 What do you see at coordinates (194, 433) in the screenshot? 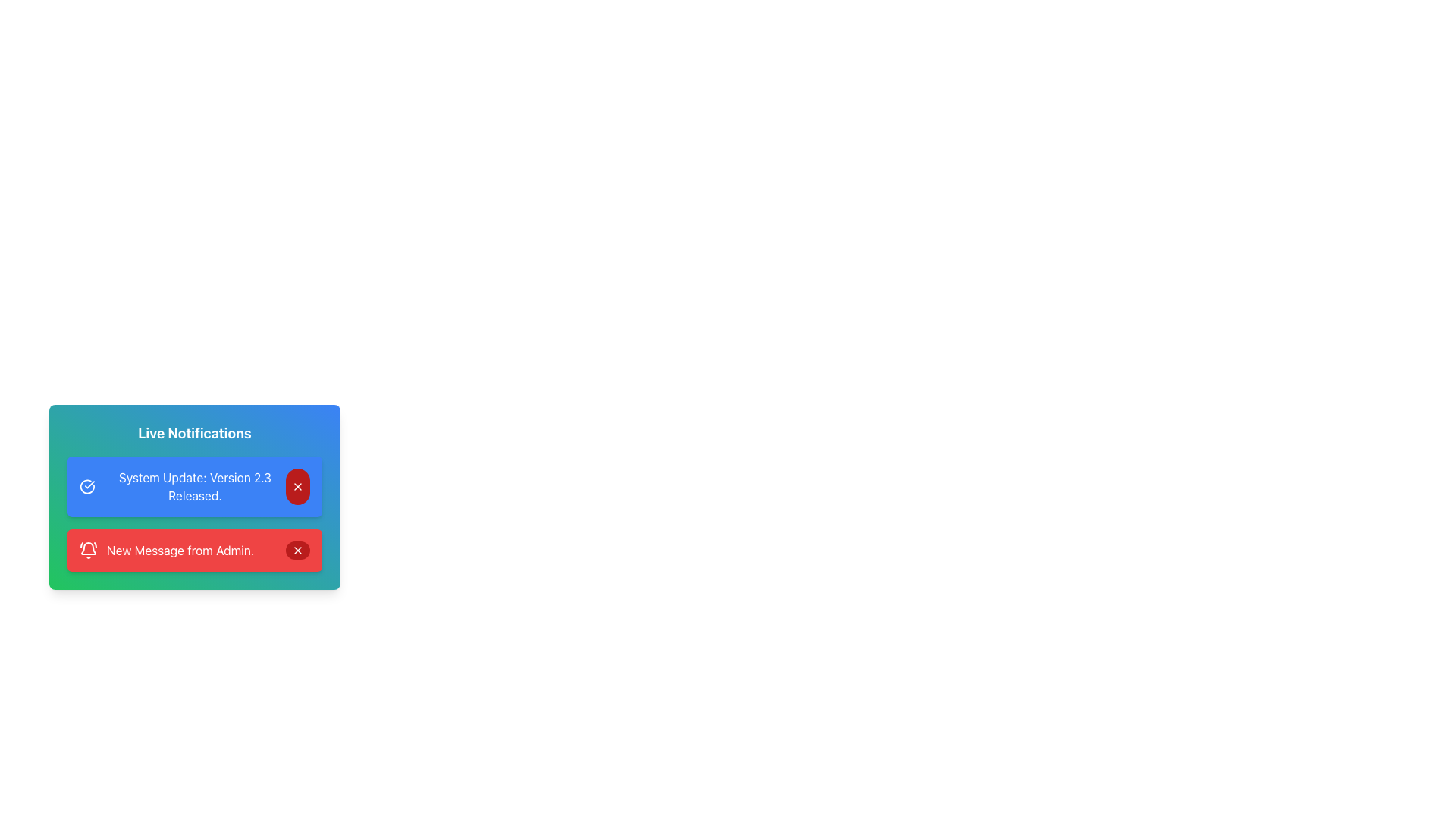
I see `text content of the bold label 'Live Notifications' located at the top of the notification card` at bounding box center [194, 433].